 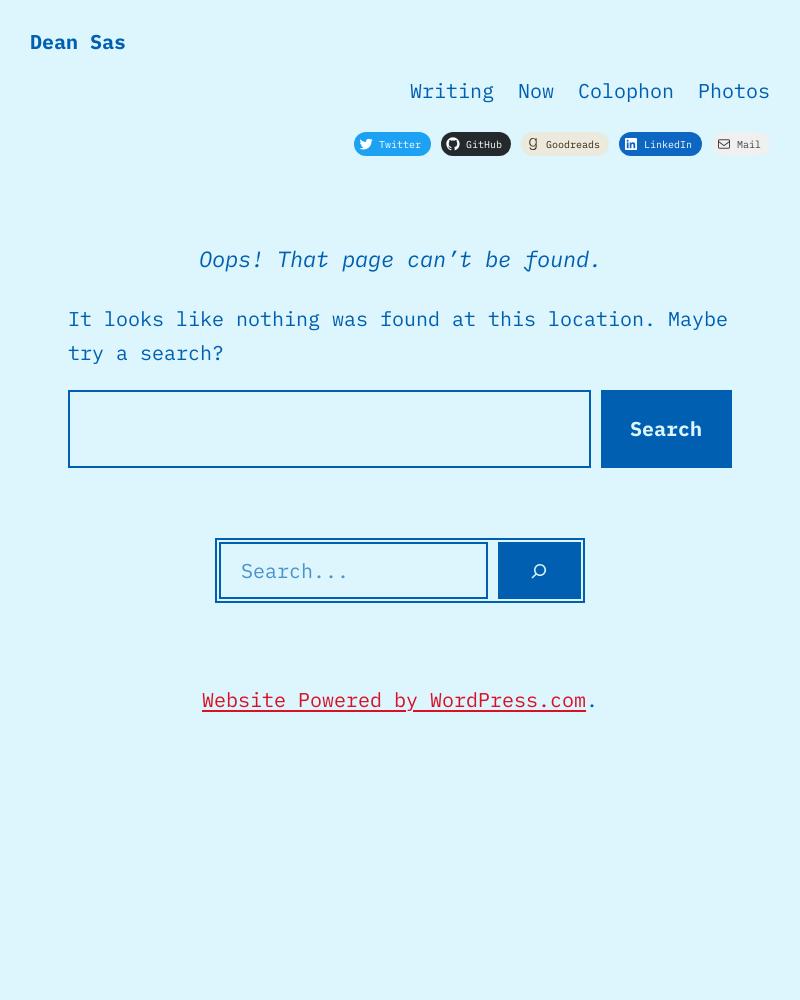 I want to click on 'No results found', so click(x=167, y=187).